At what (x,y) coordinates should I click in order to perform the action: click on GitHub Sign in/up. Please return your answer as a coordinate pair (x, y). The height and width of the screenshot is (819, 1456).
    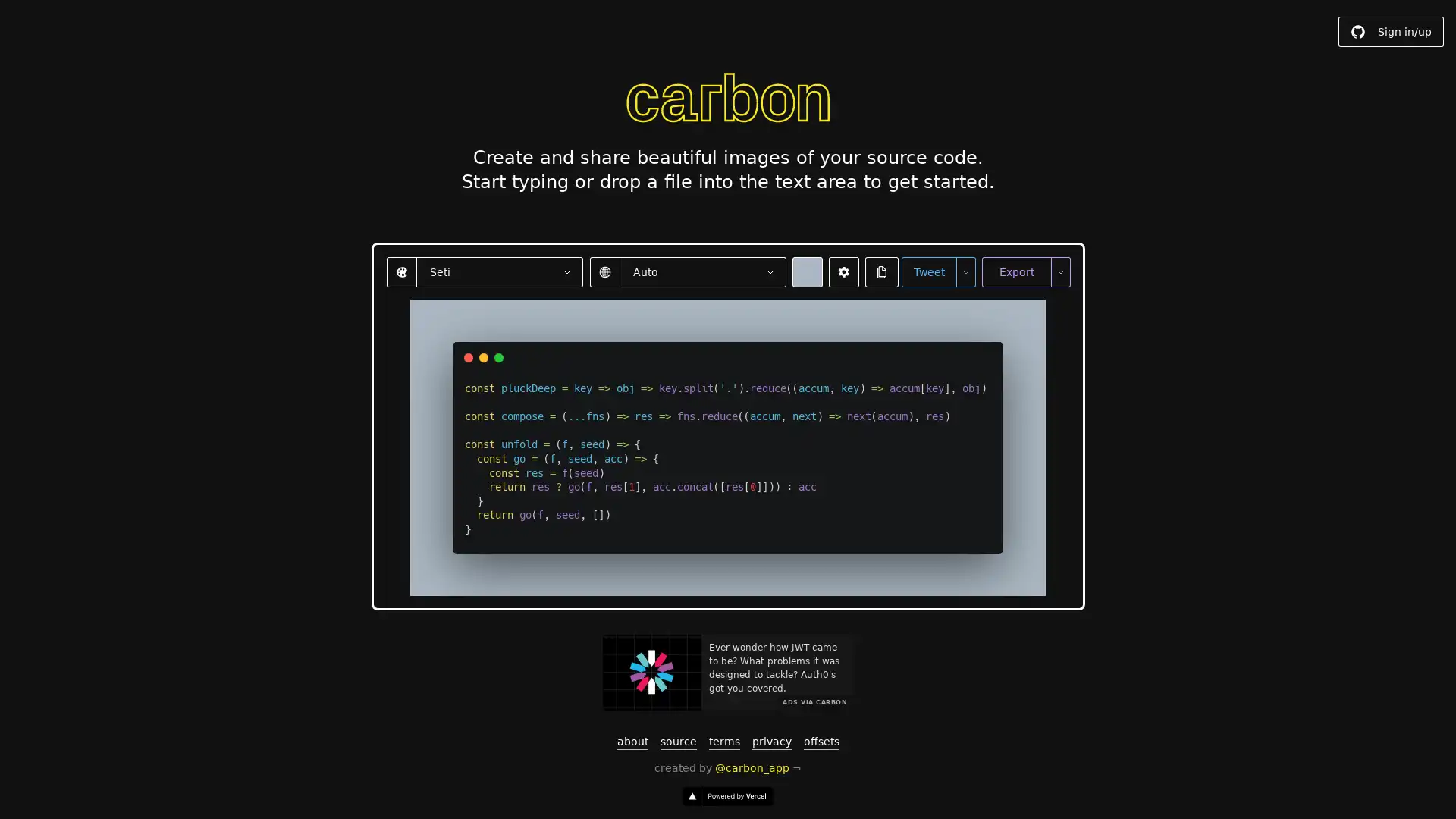
    Looking at the image, I should click on (1391, 32).